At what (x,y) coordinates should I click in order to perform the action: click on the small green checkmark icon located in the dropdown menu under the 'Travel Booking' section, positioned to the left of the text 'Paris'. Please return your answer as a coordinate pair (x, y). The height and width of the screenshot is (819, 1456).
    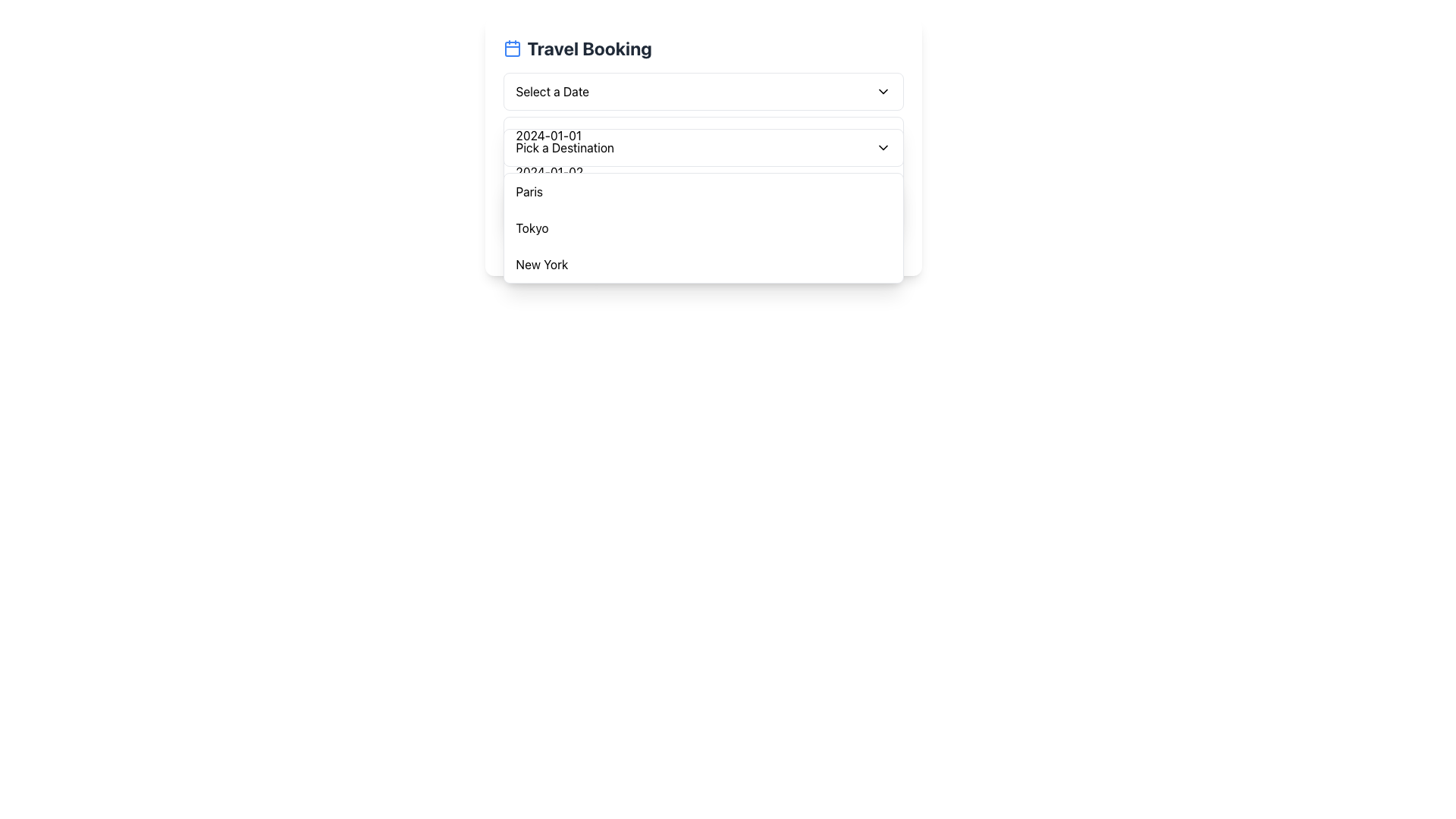
    Looking at the image, I should click on (514, 191).